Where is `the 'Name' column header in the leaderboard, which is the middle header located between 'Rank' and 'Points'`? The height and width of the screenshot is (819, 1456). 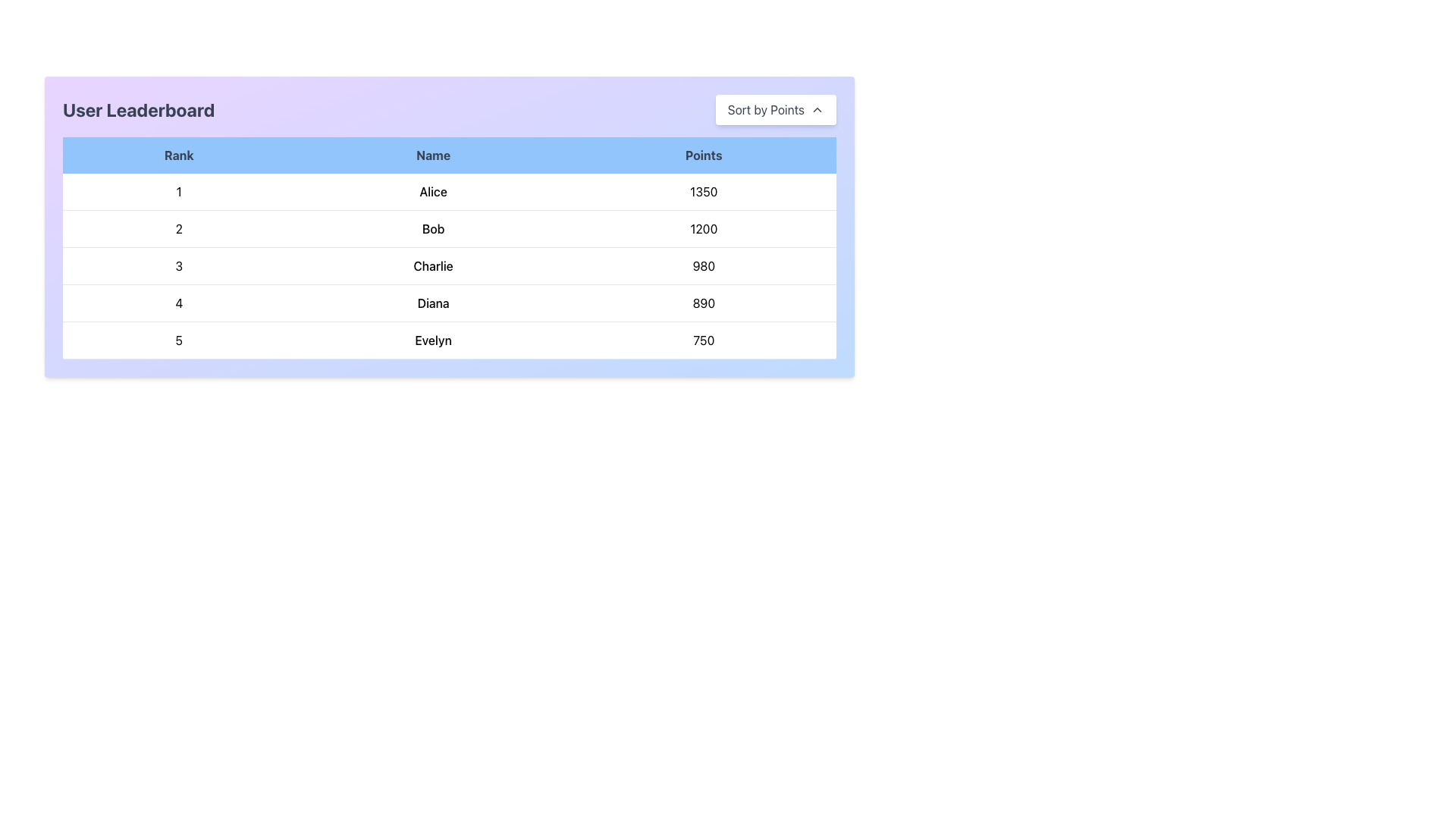 the 'Name' column header in the leaderboard, which is the middle header located between 'Rank' and 'Points' is located at coordinates (432, 155).